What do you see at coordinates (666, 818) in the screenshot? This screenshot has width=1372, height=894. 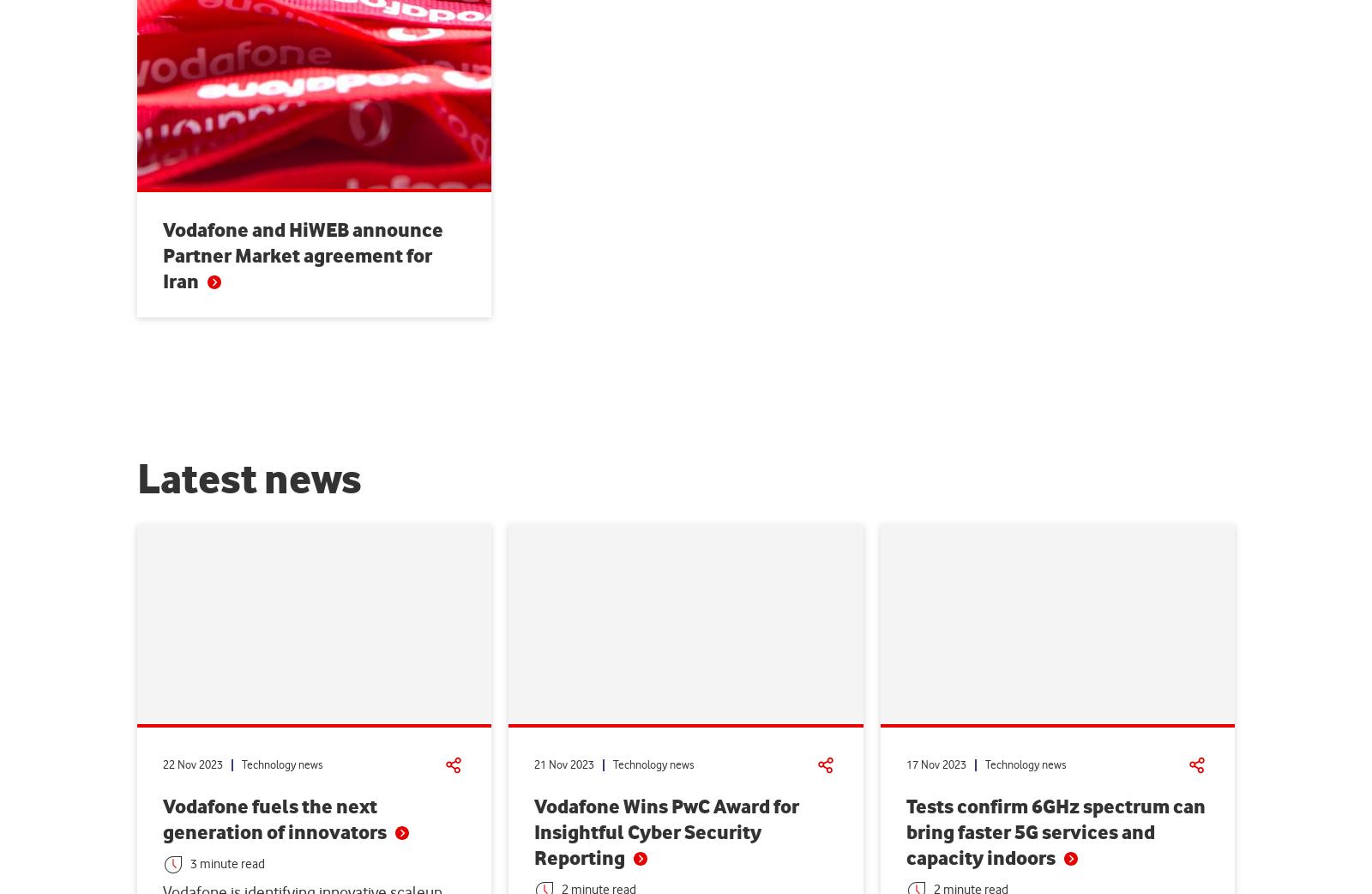 I see `'Vodafone Wins PwC Award for Insightful Cyber Security'` at bounding box center [666, 818].